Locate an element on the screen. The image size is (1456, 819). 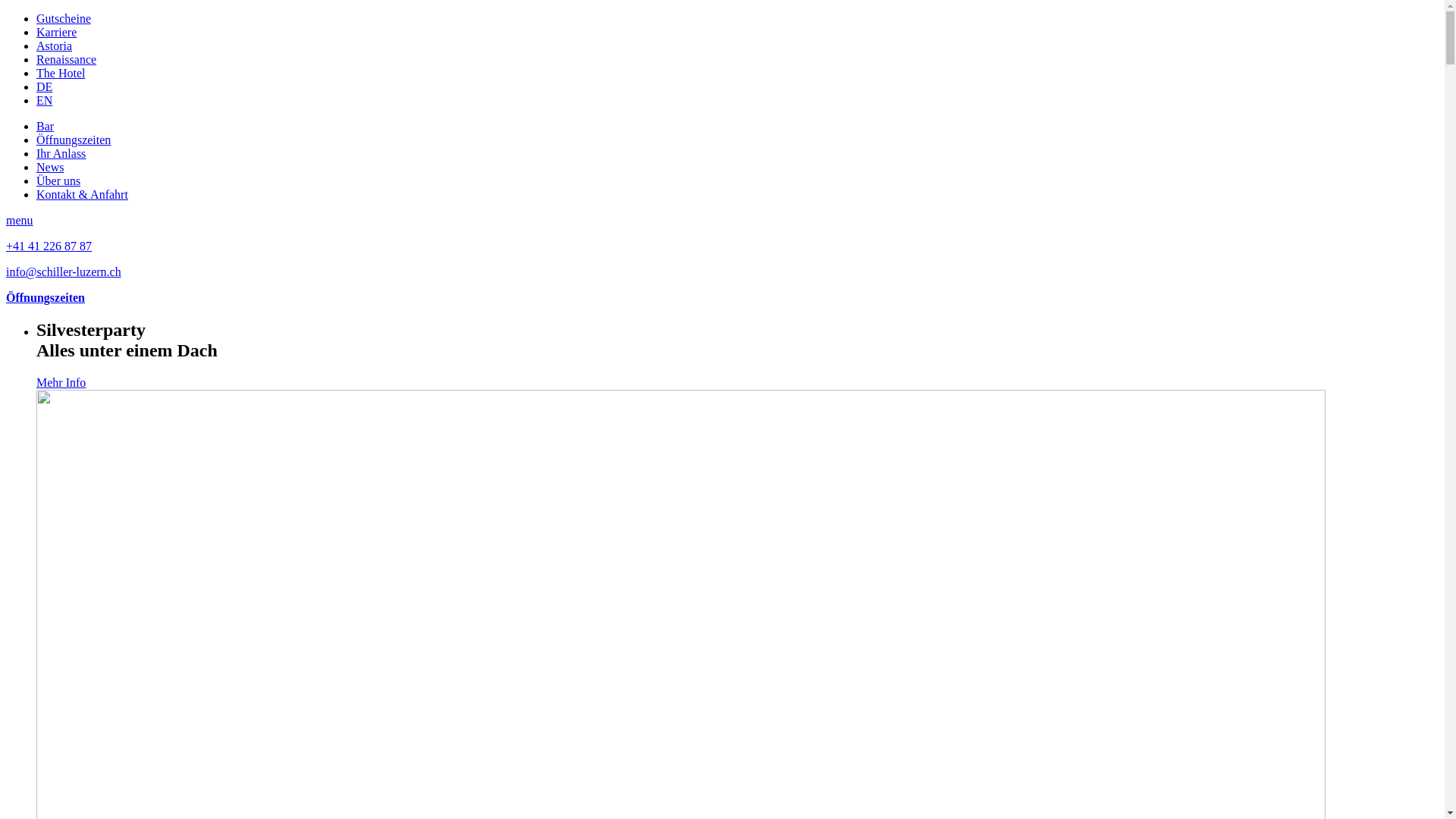
'Astoria' is located at coordinates (54, 45).